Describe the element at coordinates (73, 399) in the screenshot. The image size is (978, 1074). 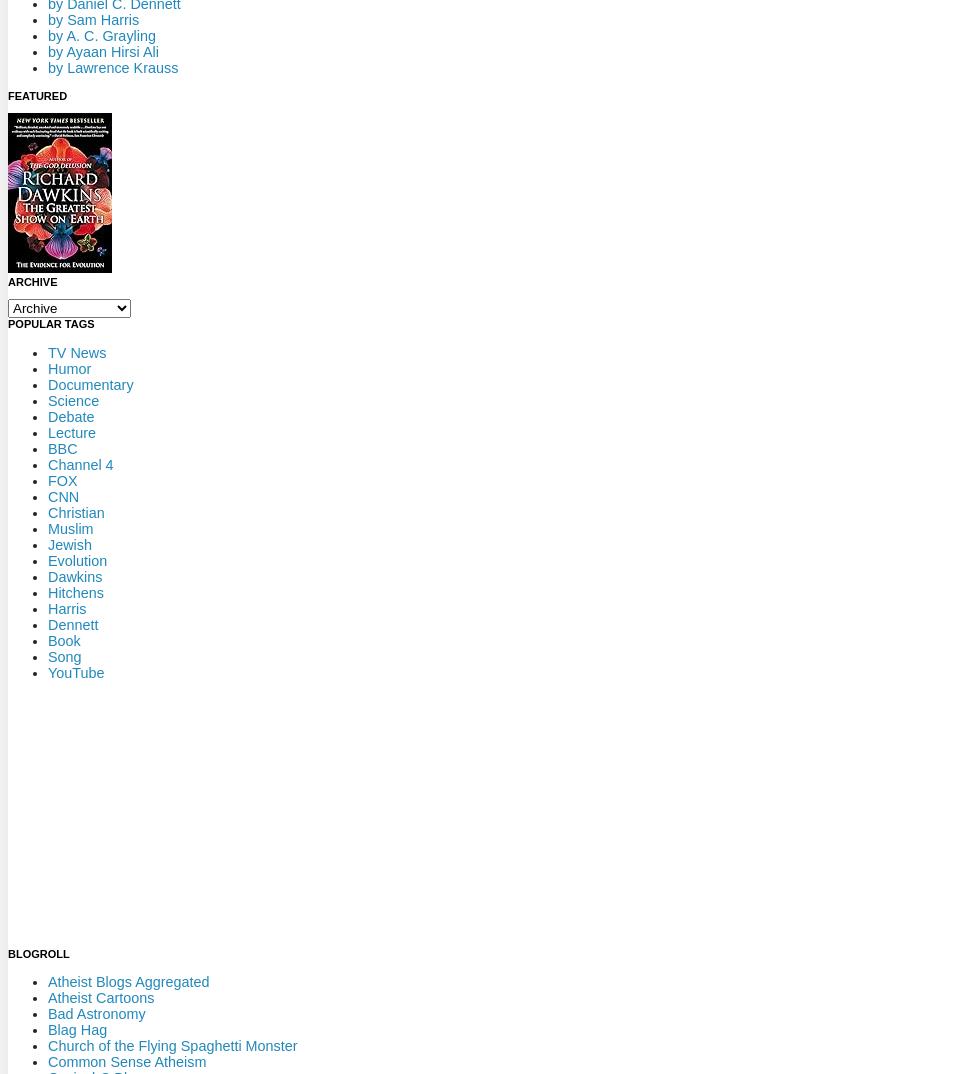
I see `'Science'` at that location.